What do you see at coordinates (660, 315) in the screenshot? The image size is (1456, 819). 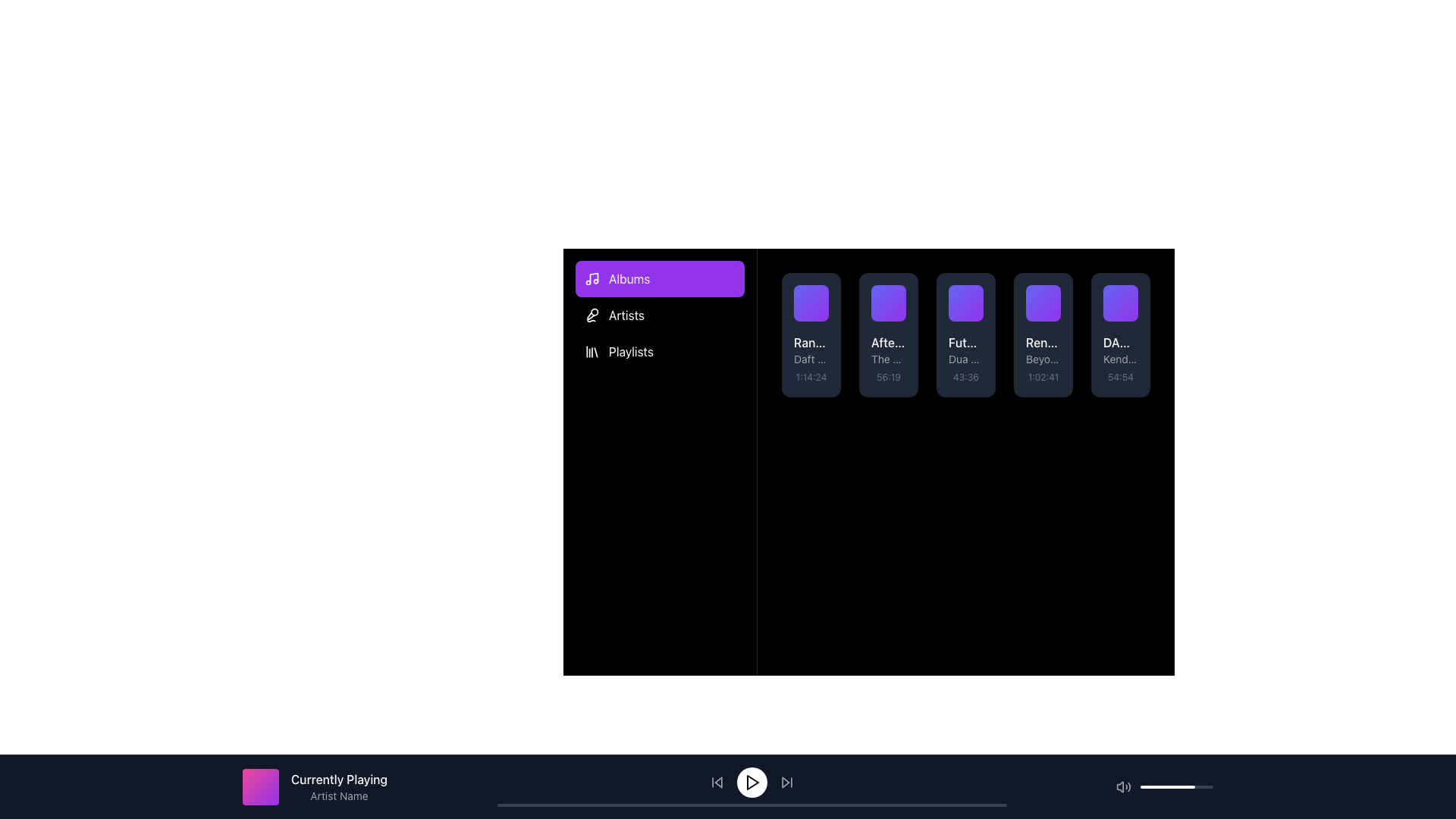 I see `the 'Artists' list item in the vertical navigation sidebar` at bounding box center [660, 315].